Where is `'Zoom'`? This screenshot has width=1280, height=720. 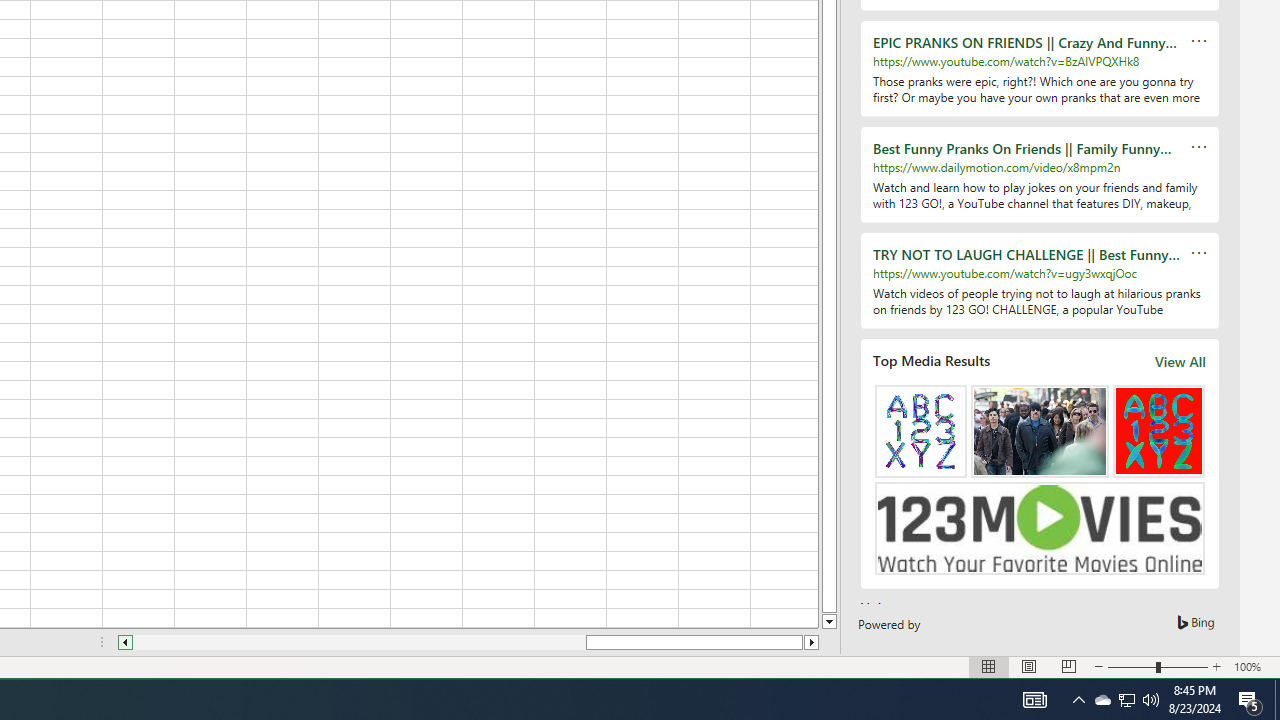
'Zoom' is located at coordinates (1158, 667).